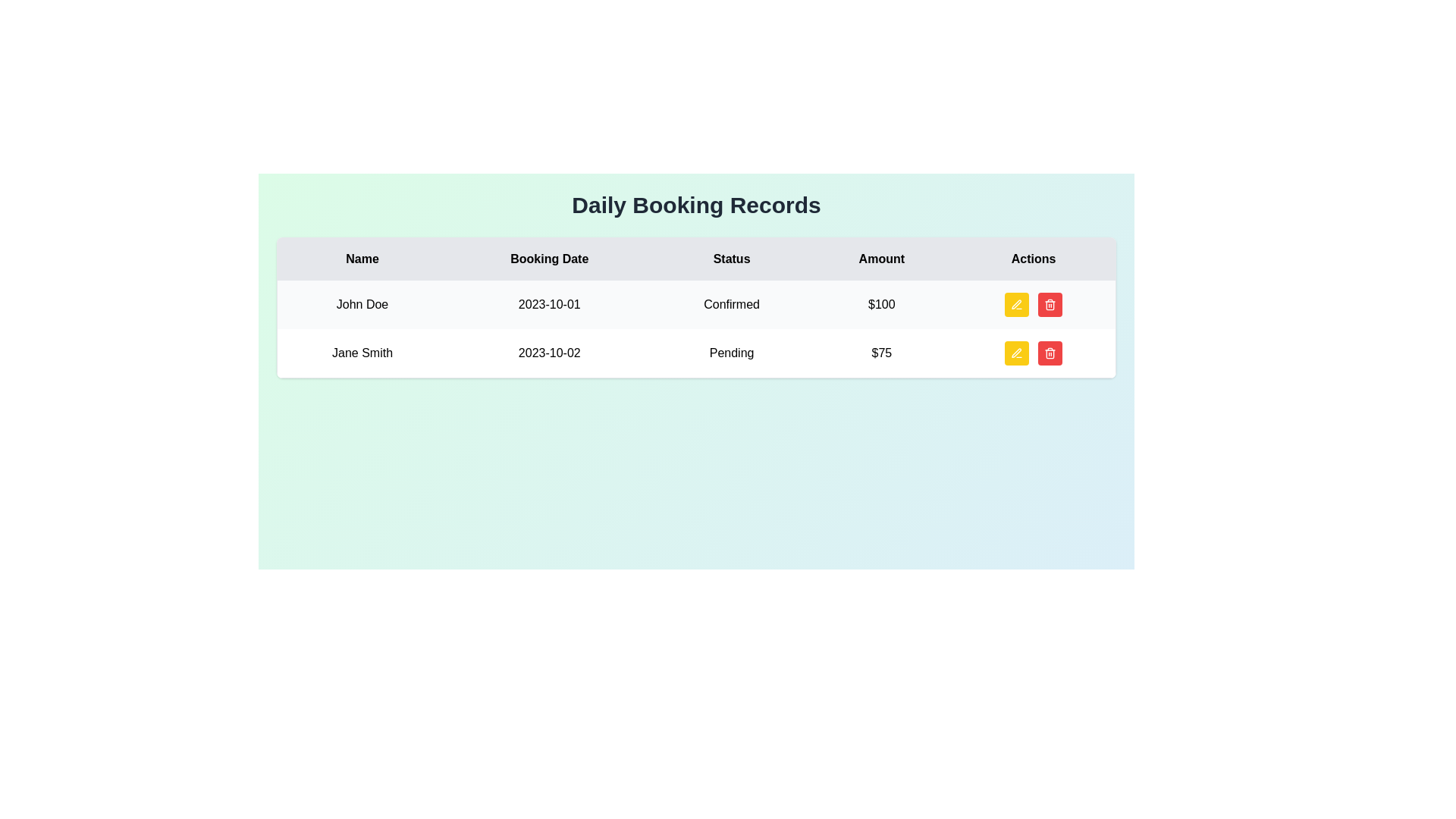  What do you see at coordinates (1050, 306) in the screenshot?
I see `the visuals of the delete icon within the Actions column of the second row in the table, which is represented by an SVG graphic` at bounding box center [1050, 306].